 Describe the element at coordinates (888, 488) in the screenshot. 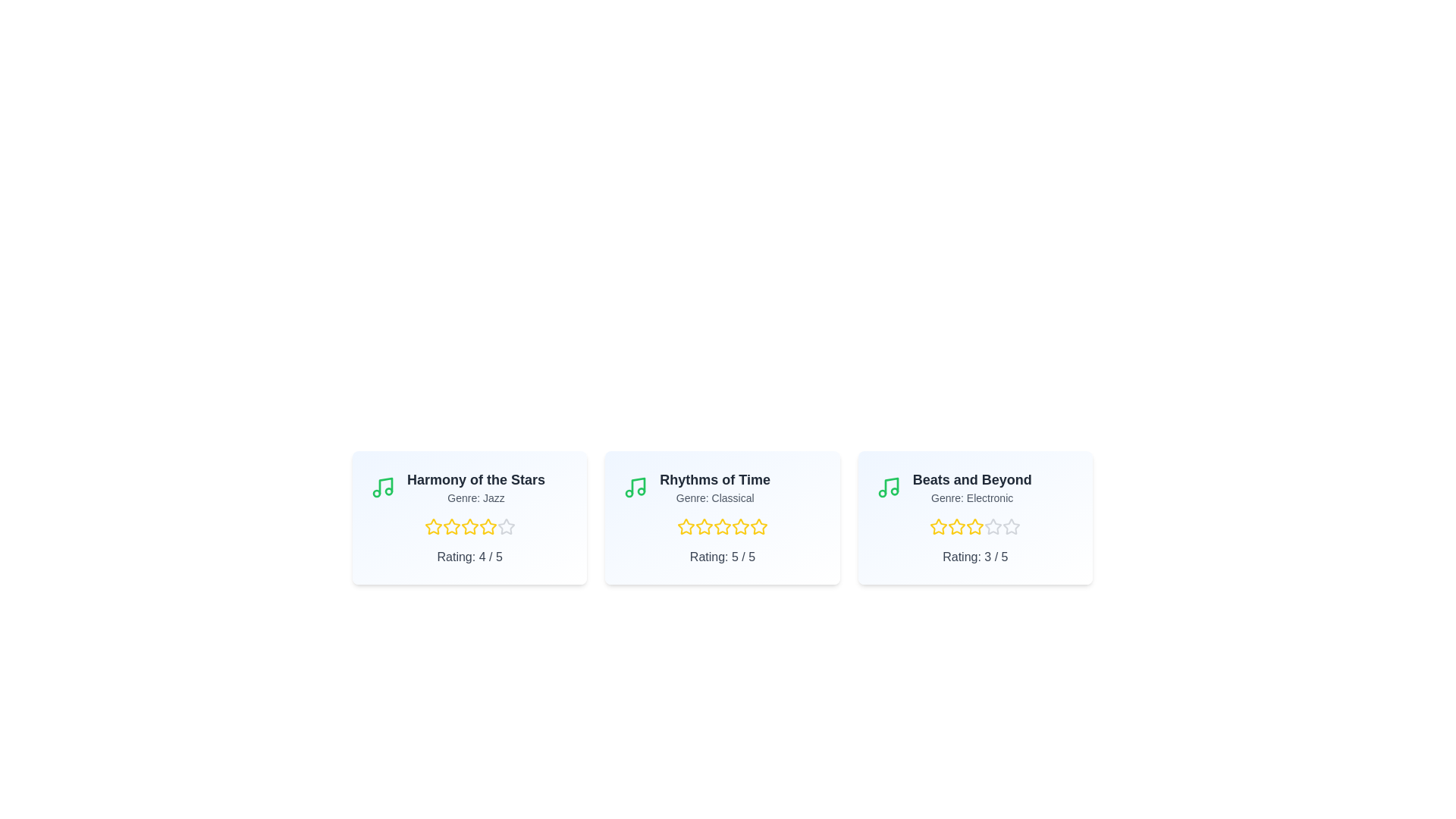

I see `the musical note icon for the album Beats and Beyond` at that location.